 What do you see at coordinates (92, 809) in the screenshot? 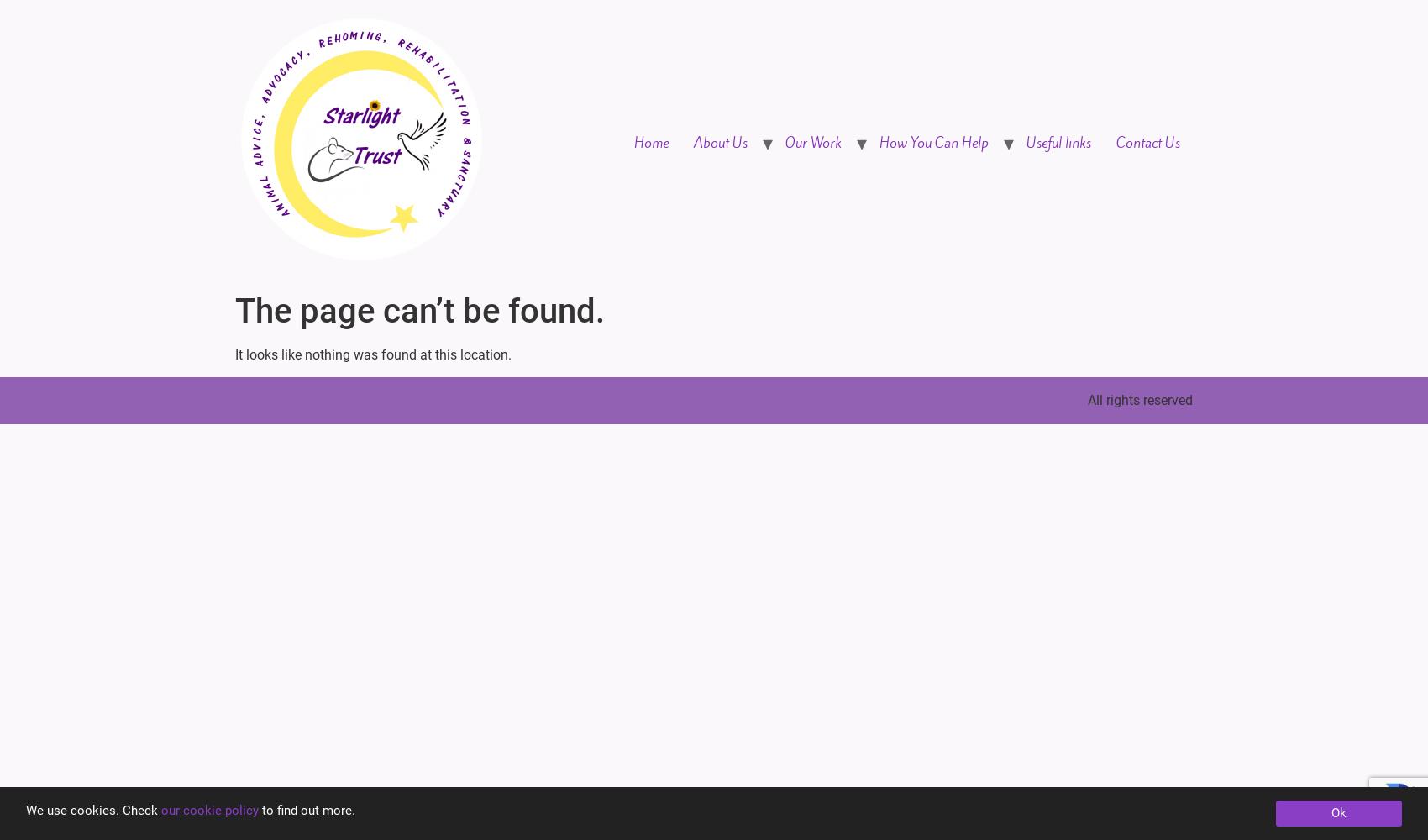
I see `'We use cookies. Check'` at bounding box center [92, 809].